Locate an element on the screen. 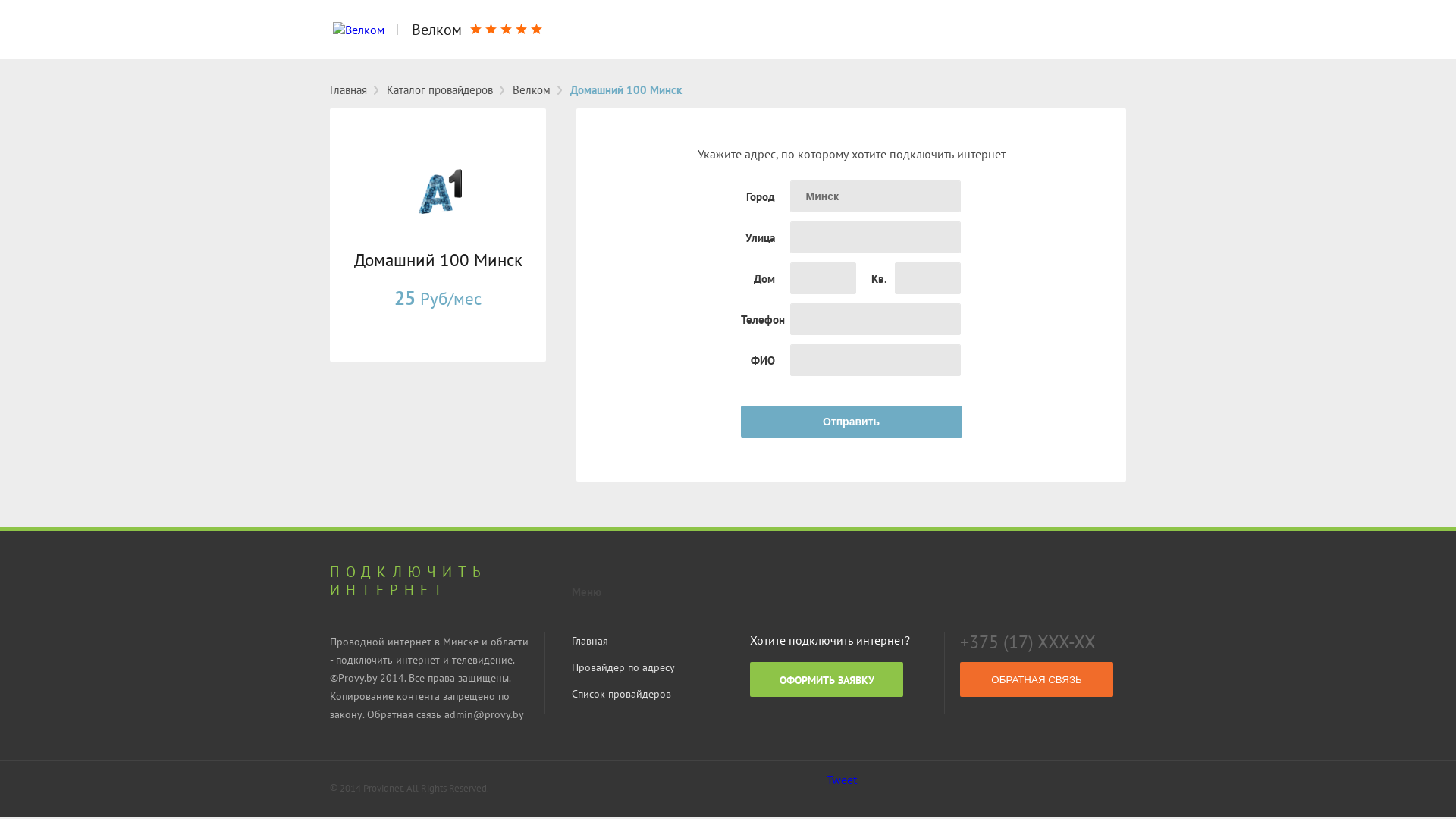  'Tweet' is located at coordinates (840, 780).